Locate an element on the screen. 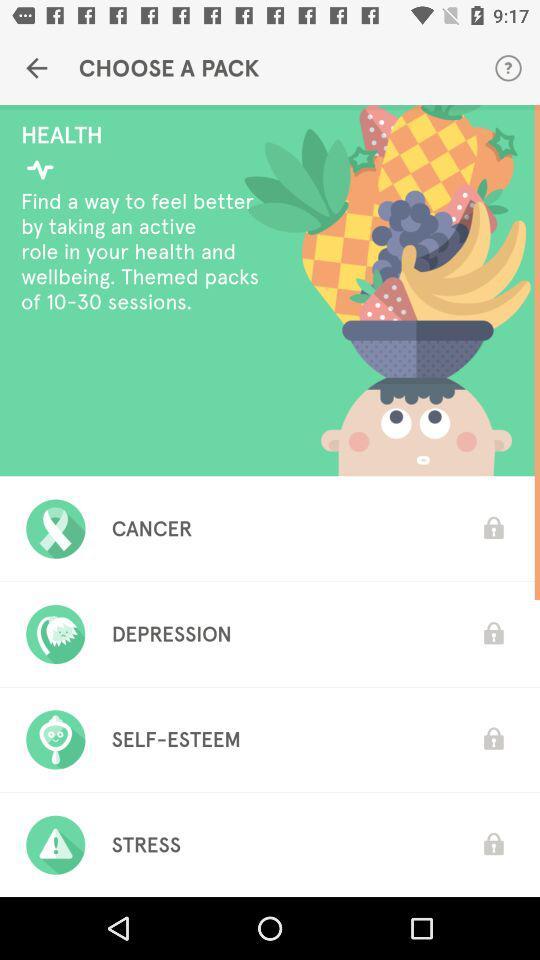 The width and height of the screenshot is (540, 960). self-esteem is located at coordinates (176, 738).